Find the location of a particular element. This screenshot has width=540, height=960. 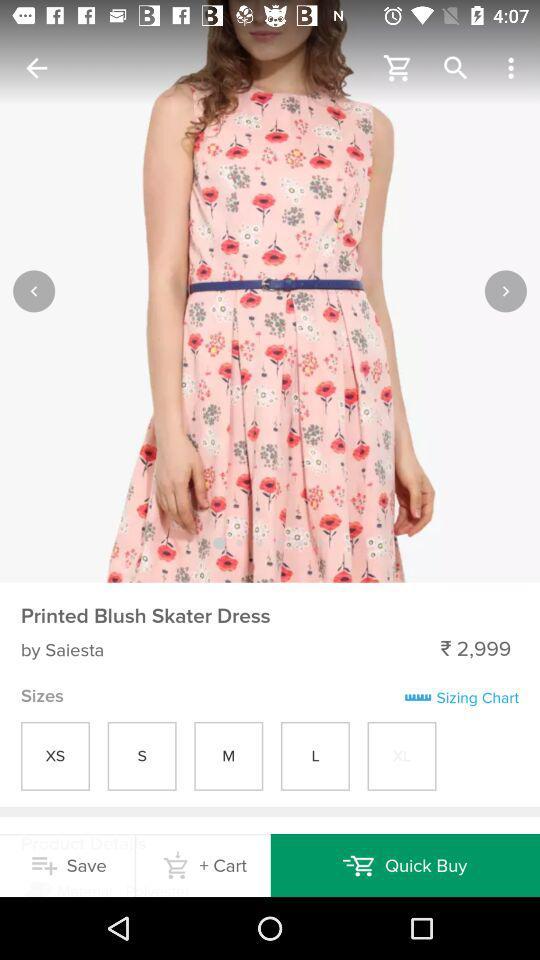

magnifier icon is located at coordinates (456, 68).